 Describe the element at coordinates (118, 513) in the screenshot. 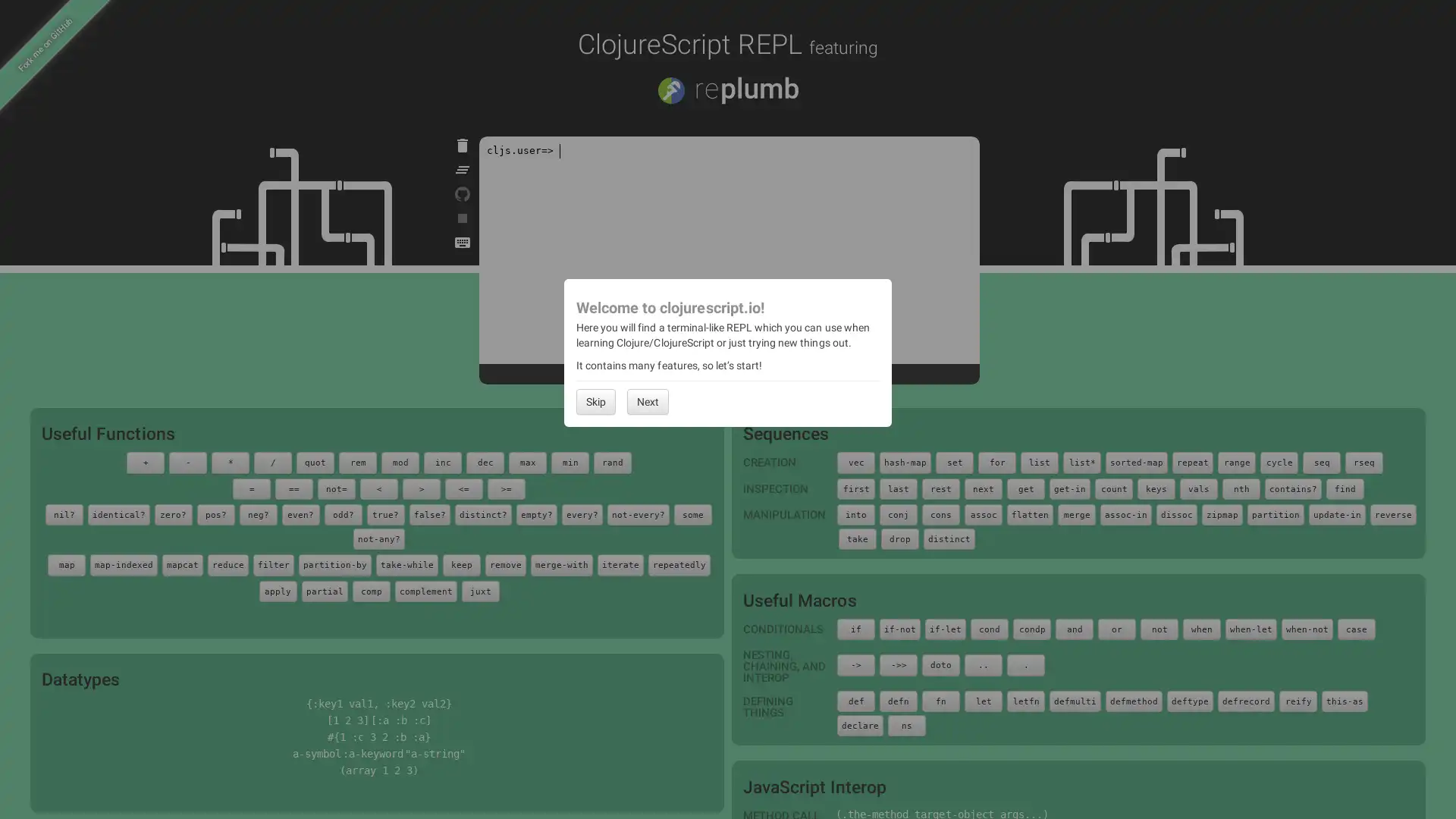

I see `identical?` at that location.